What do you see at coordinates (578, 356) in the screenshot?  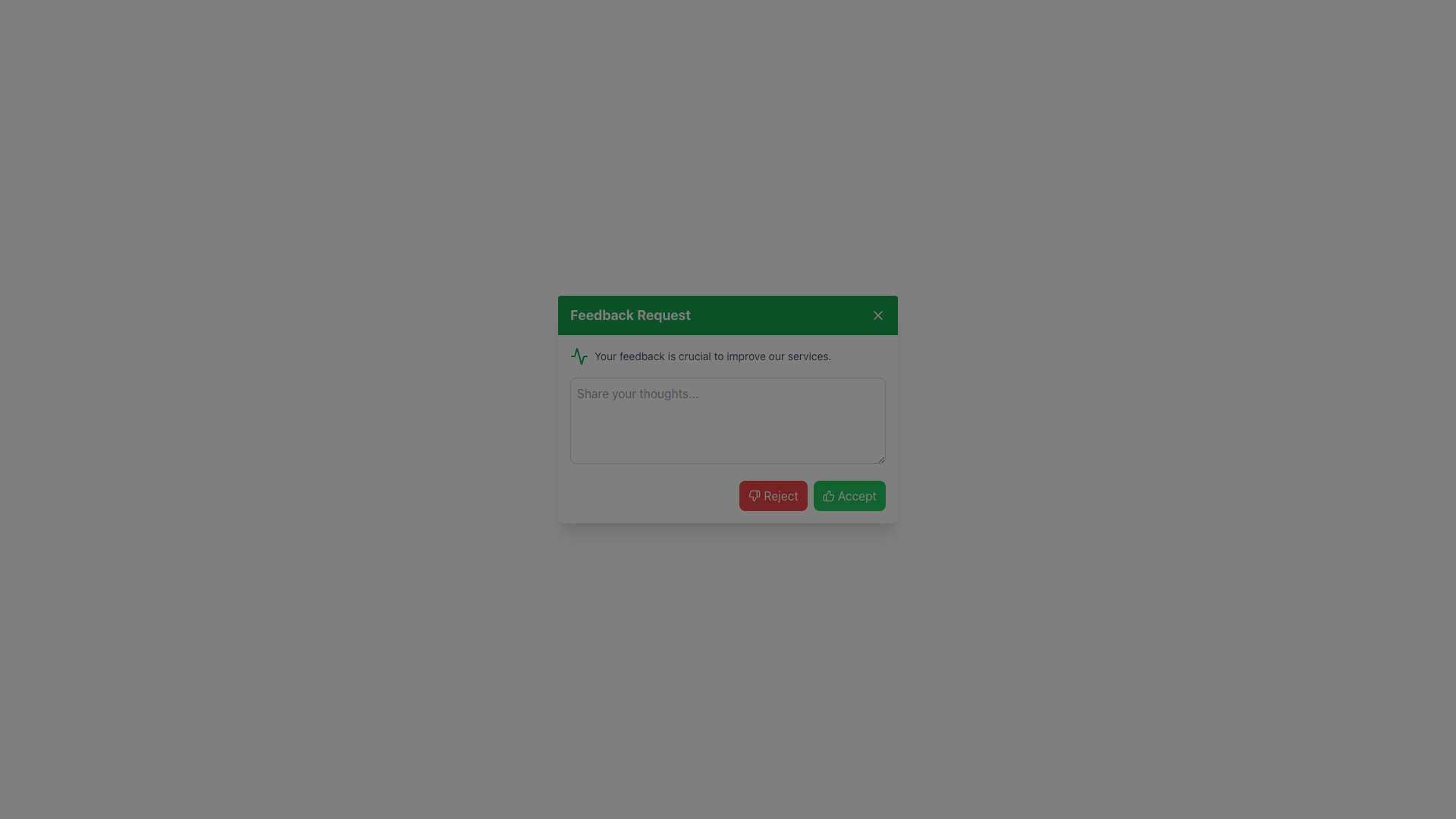 I see `the icon representing the theme of the feedback request, located at the top-left corner of the feedback dialog, to the left of the heading text` at bounding box center [578, 356].